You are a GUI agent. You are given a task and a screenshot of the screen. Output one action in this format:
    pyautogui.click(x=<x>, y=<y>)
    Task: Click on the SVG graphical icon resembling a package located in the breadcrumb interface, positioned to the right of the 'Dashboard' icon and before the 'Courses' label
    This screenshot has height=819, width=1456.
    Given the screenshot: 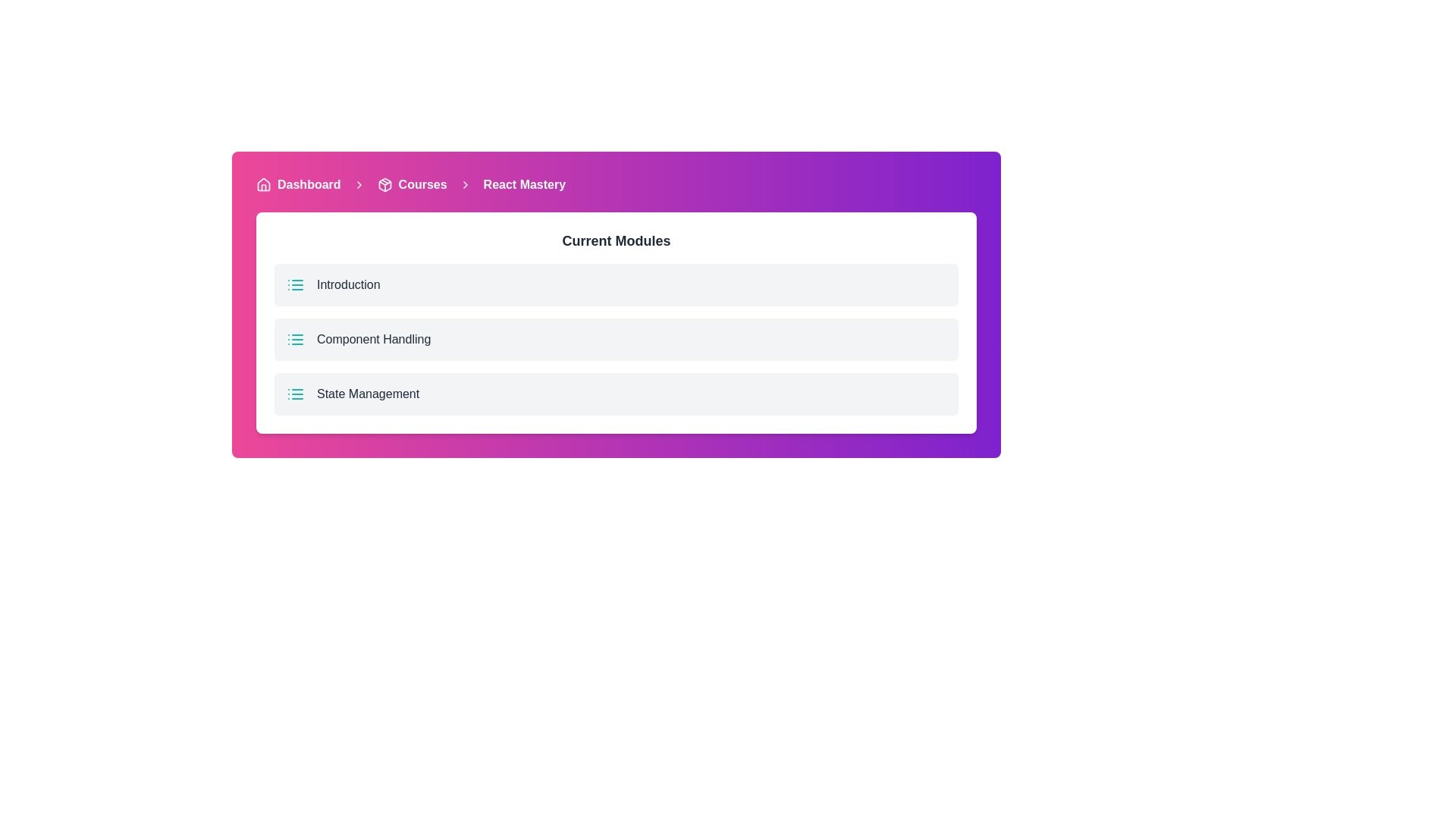 What is the action you would take?
    pyautogui.click(x=384, y=184)
    